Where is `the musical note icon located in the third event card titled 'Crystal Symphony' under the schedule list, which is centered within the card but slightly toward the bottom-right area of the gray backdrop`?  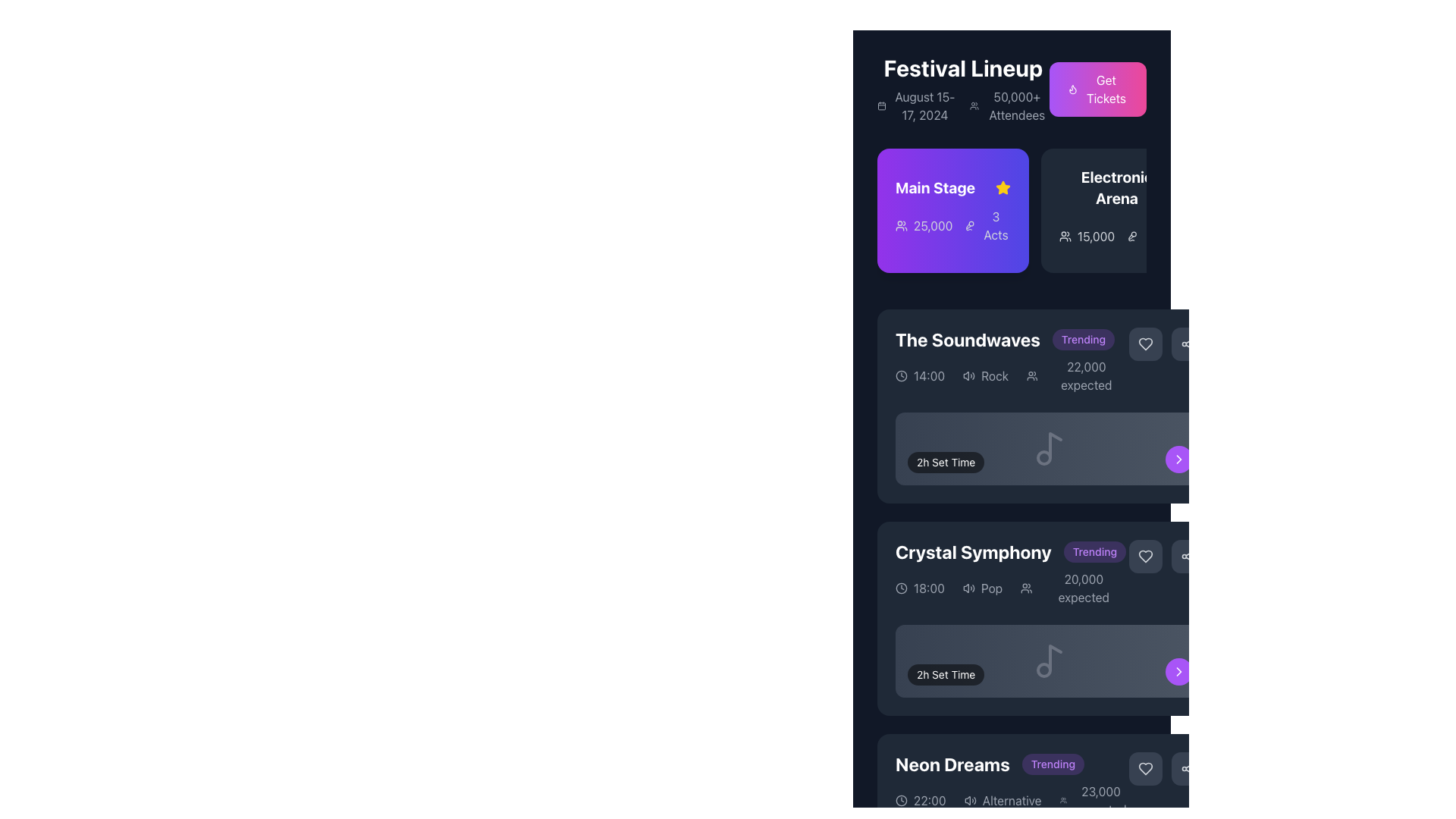 the musical note icon located in the third event card titled 'Crystal Symphony' under the schedule list, which is centered within the card but slightly toward the bottom-right area of the gray backdrop is located at coordinates (1049, 660).